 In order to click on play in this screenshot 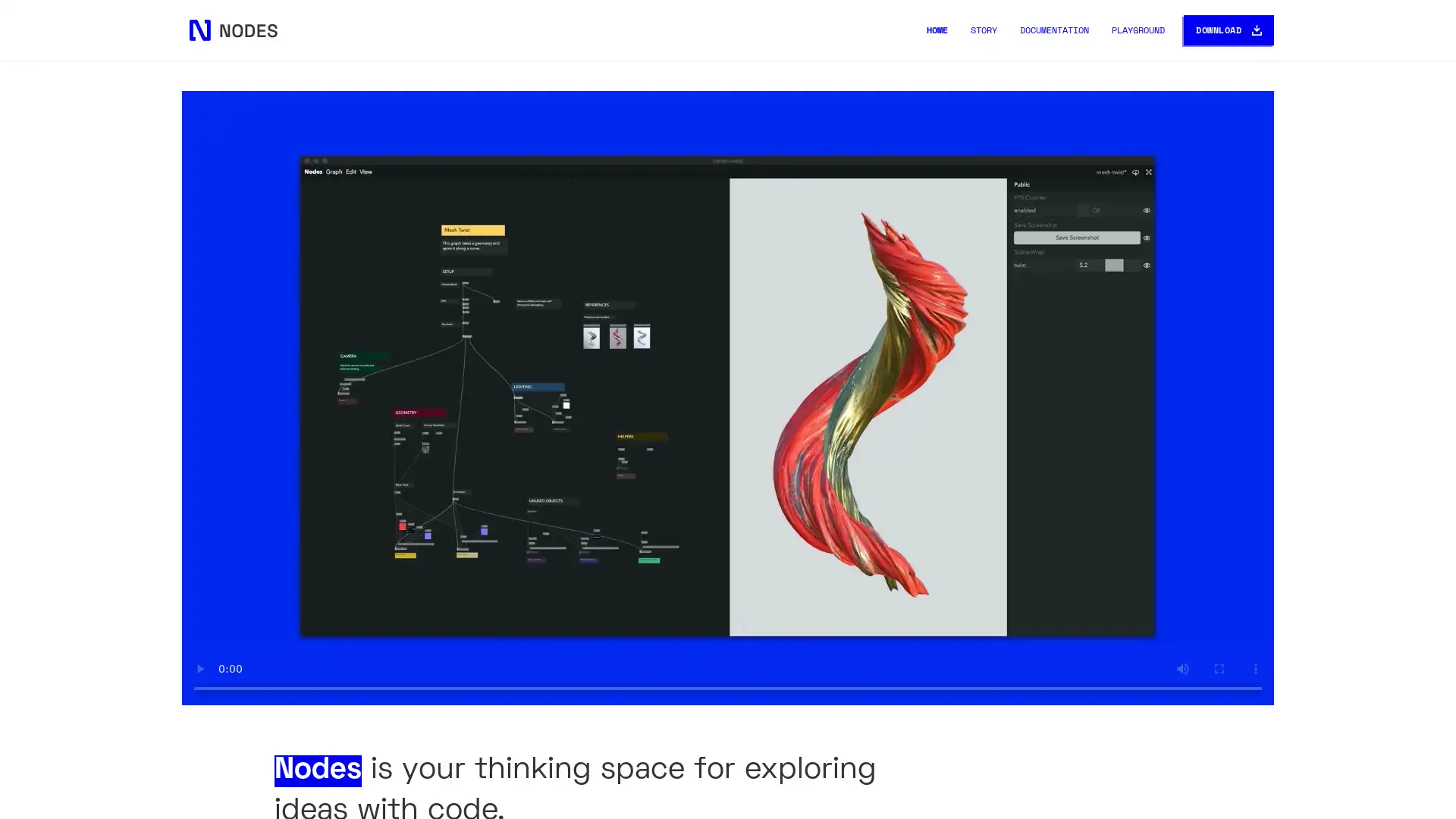, I will do `click(199, 668)`.